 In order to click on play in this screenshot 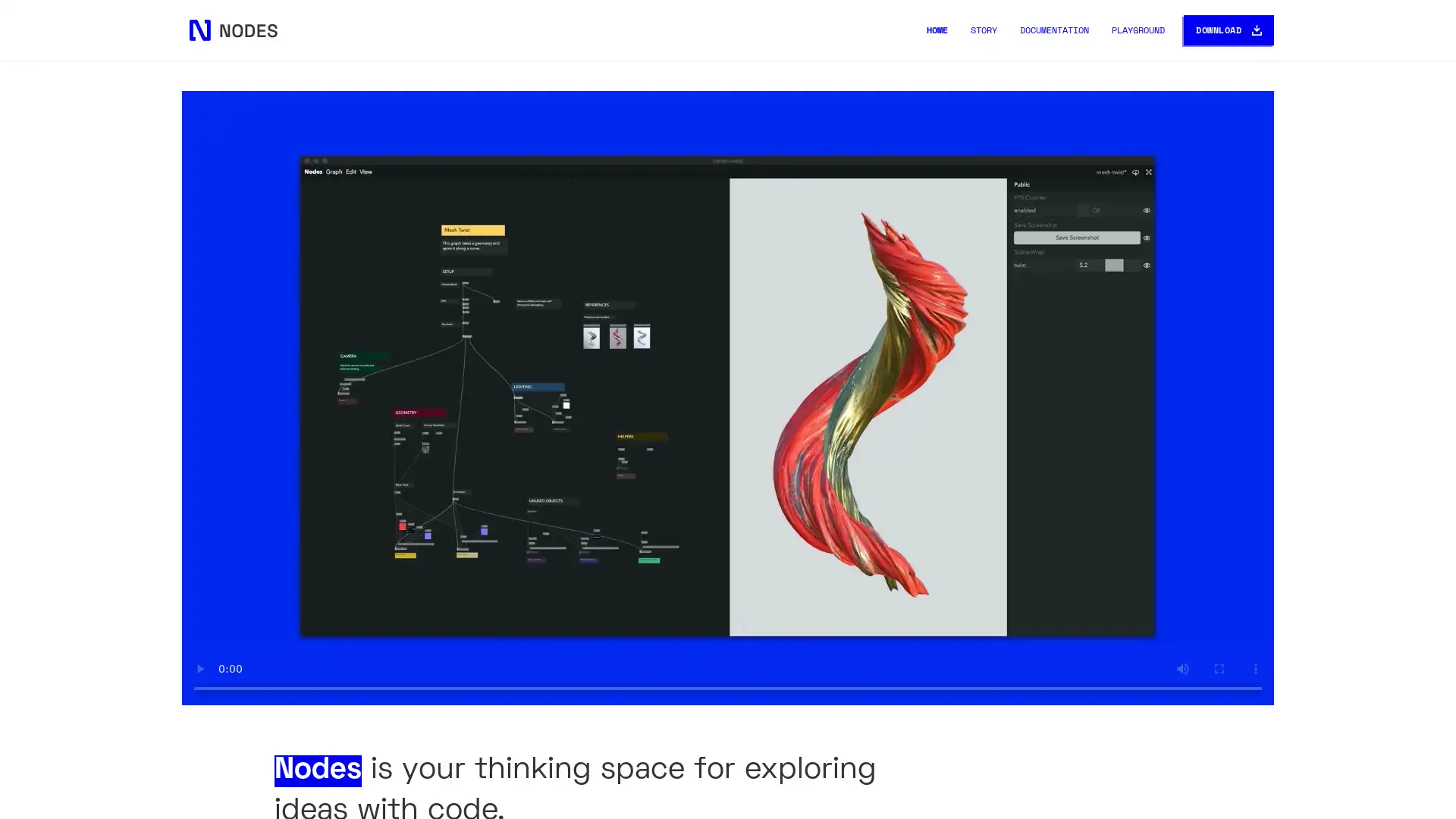, I will do `click(199, 668)`.